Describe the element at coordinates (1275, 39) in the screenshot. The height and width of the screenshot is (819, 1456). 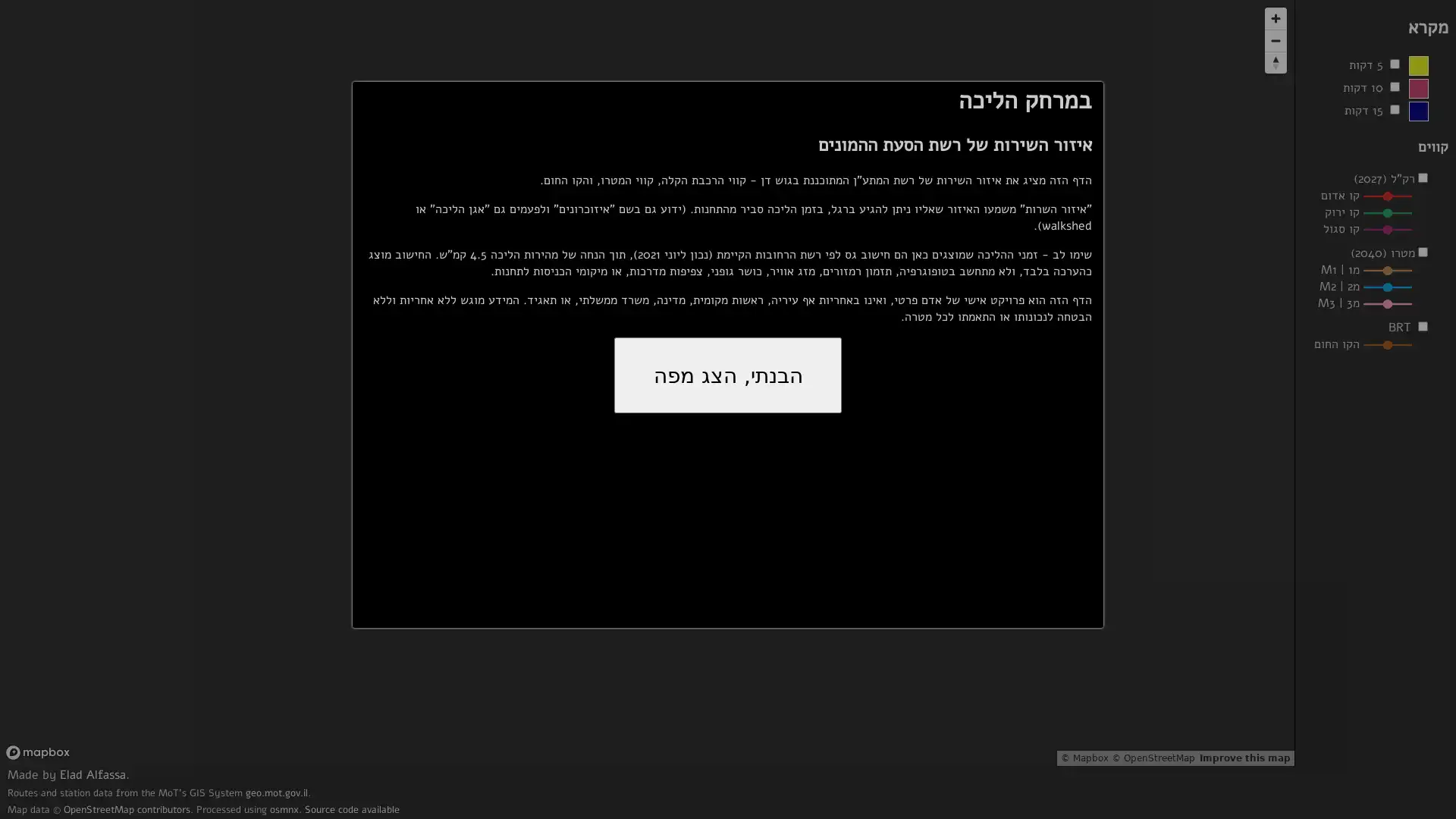
I see `Zoom out` at that location.